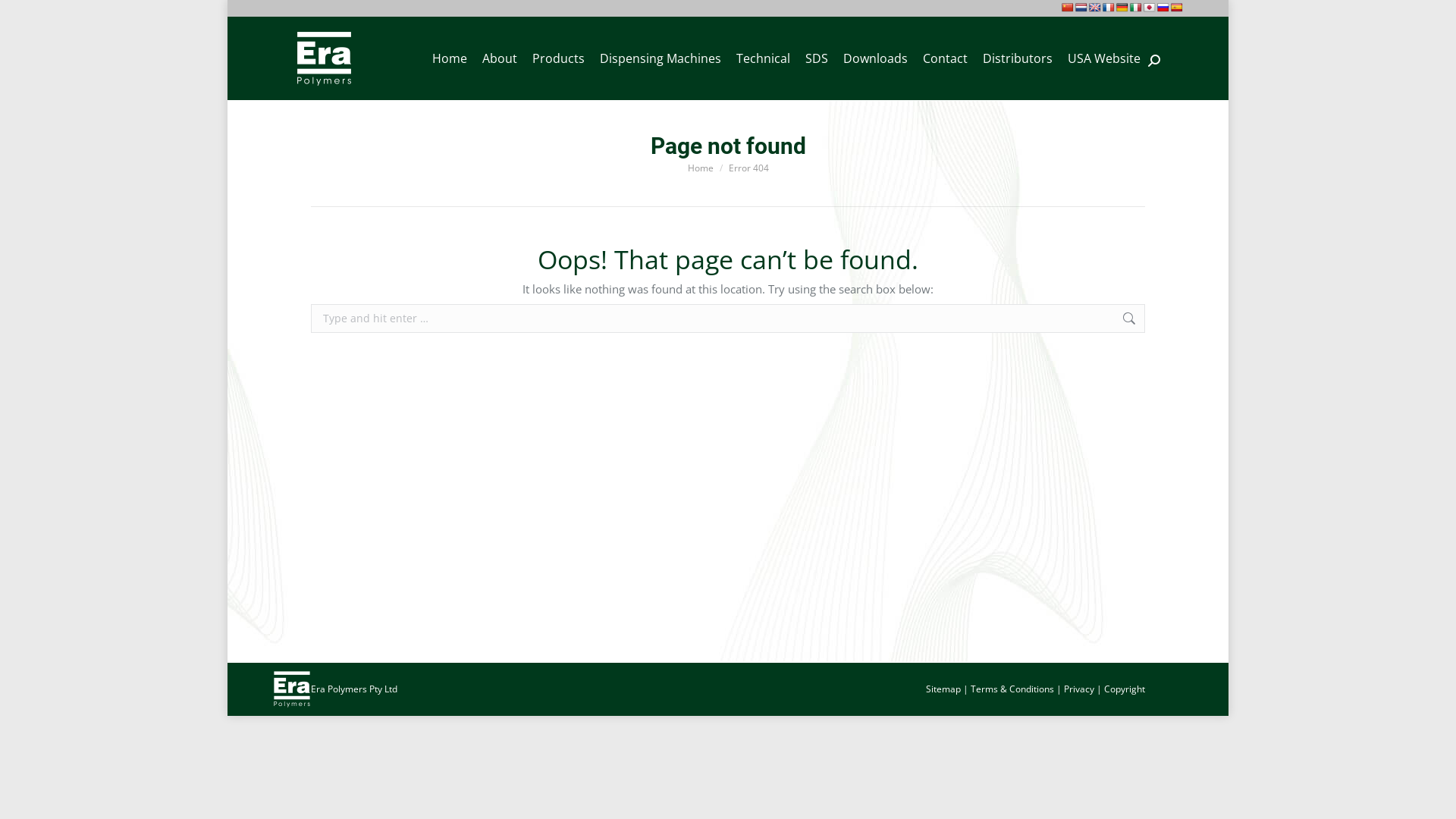 This screenshot has height=819, width=1456. I want to click on 'Dutch', so click(1080, 8).